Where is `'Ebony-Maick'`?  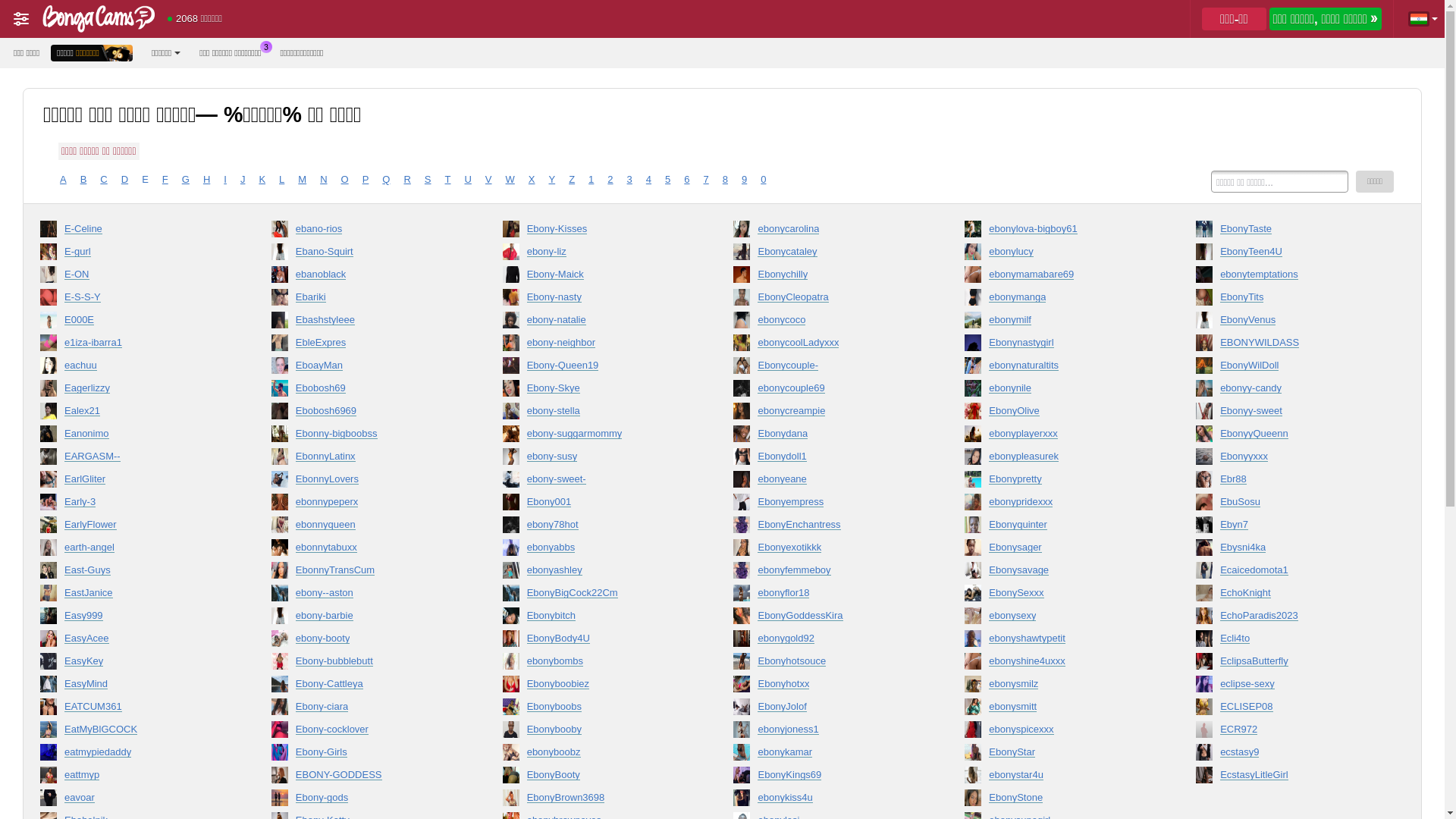
'Ebony-Maick' is located at coordinates (596, 278).